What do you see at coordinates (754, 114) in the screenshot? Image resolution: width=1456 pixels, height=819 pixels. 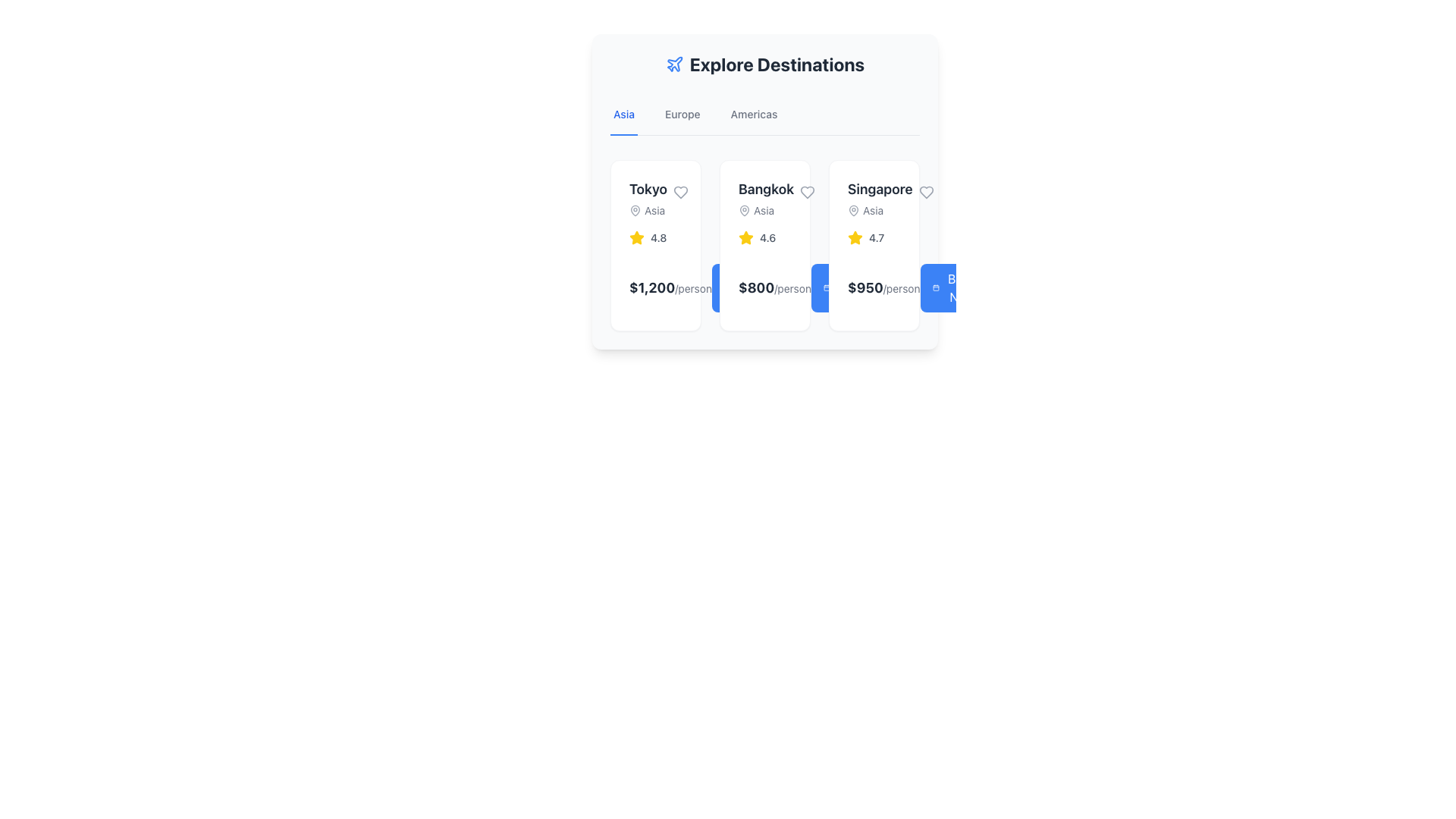 I see `the 'Americas' tab, which is the third tab in a horizontal navigation layout adjacent to the 'Asia' and 'Europe' tabs, featuring gray text and a transparent bottom border` at bounding box center [754, 114].